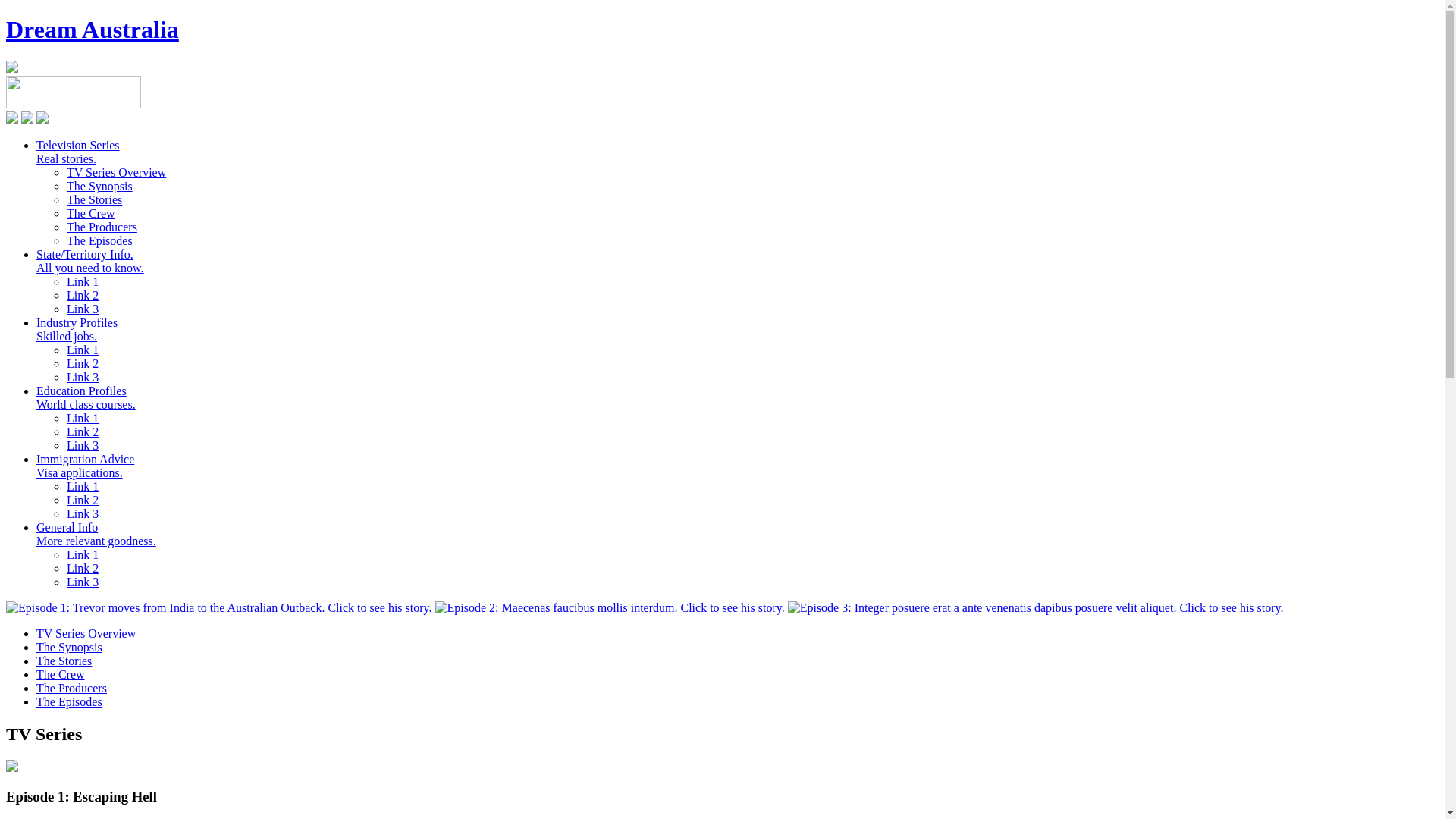 The height and width of the screenshot is (819, 1456). Describe the element at coordinates (82, 568) in the screenshot. I see `'Link 2'` at that location.